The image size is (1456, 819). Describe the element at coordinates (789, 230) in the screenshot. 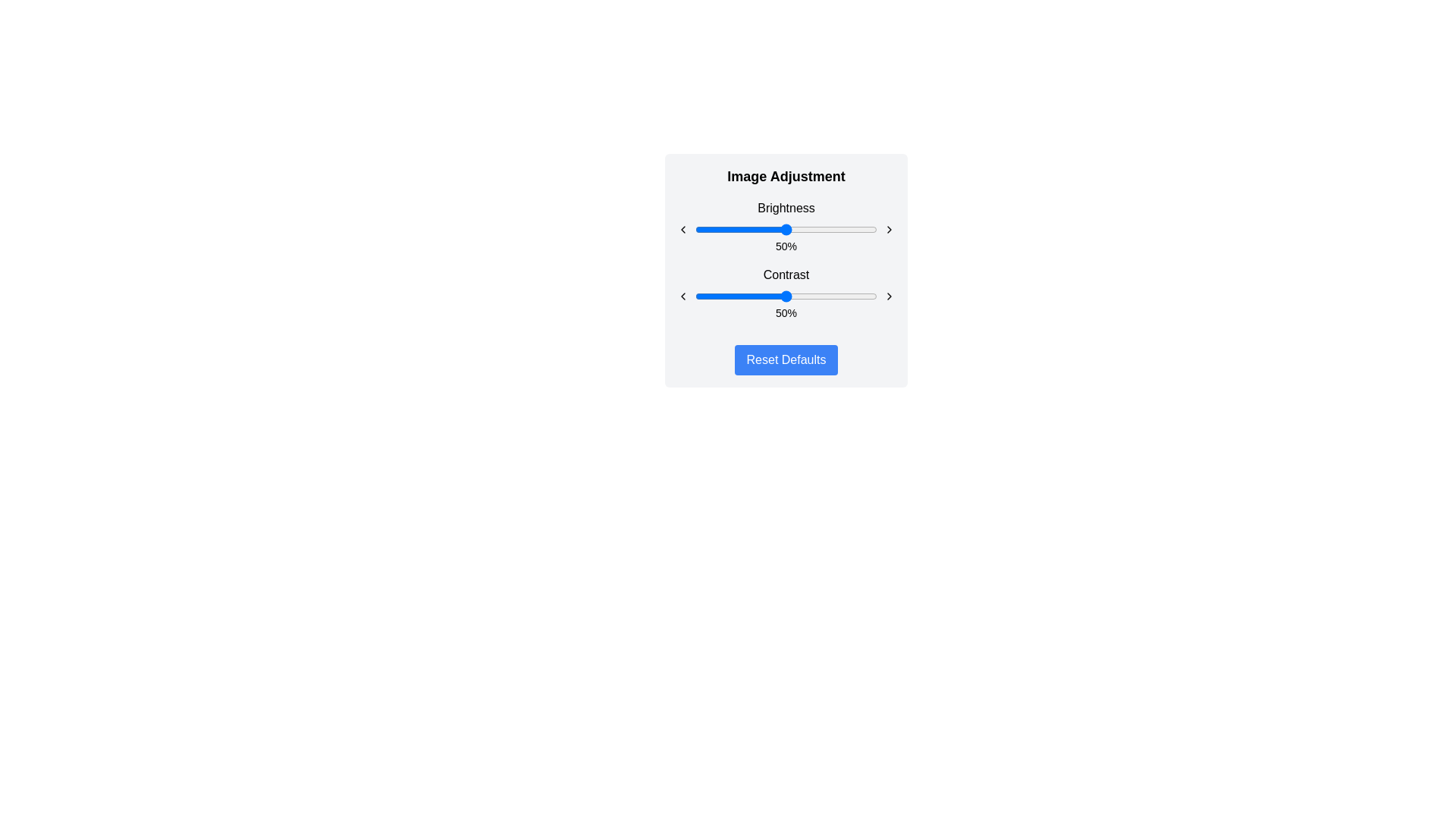

I see `brightness` at that location.